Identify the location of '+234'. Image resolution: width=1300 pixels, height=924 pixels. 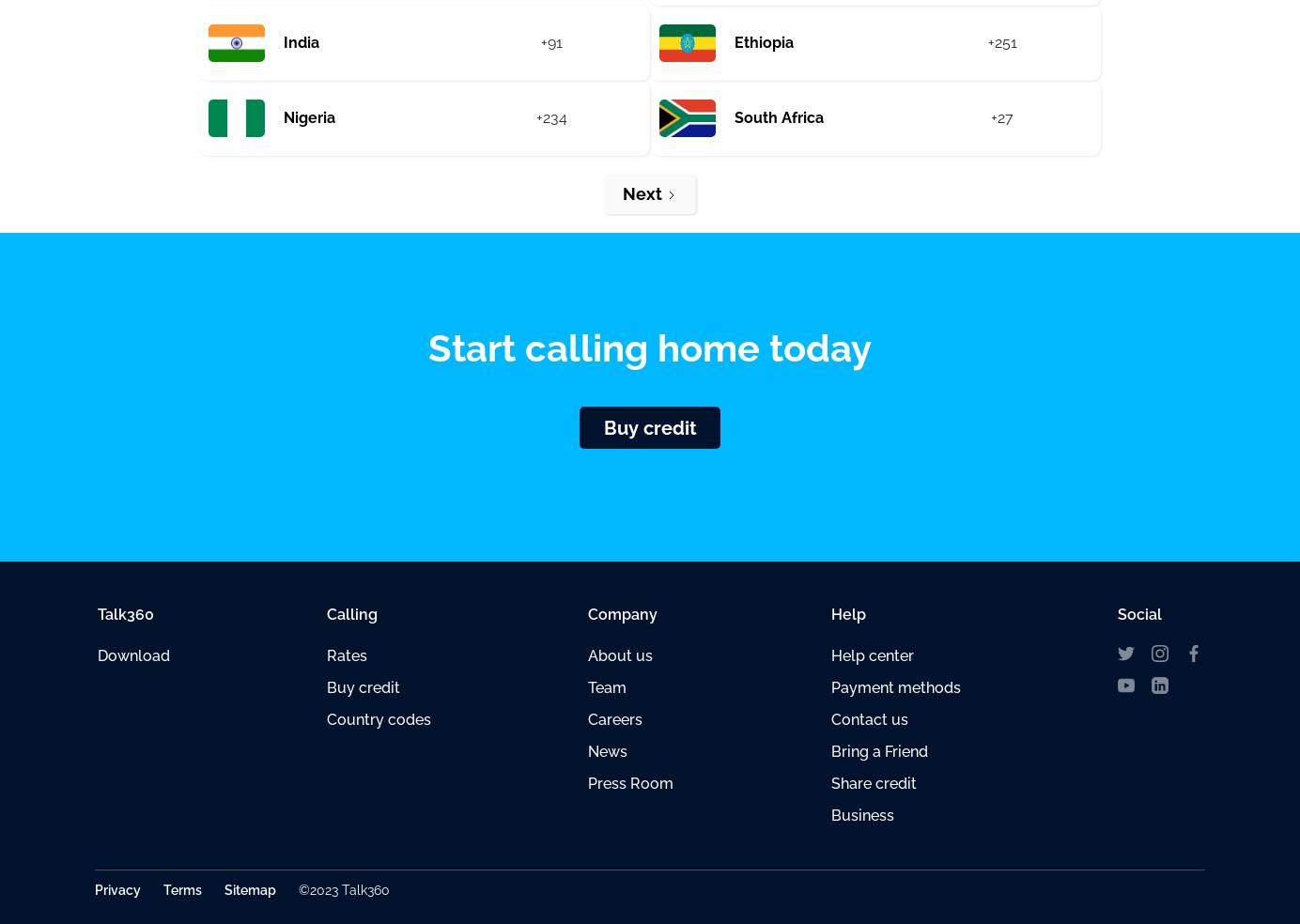
(549, 117).